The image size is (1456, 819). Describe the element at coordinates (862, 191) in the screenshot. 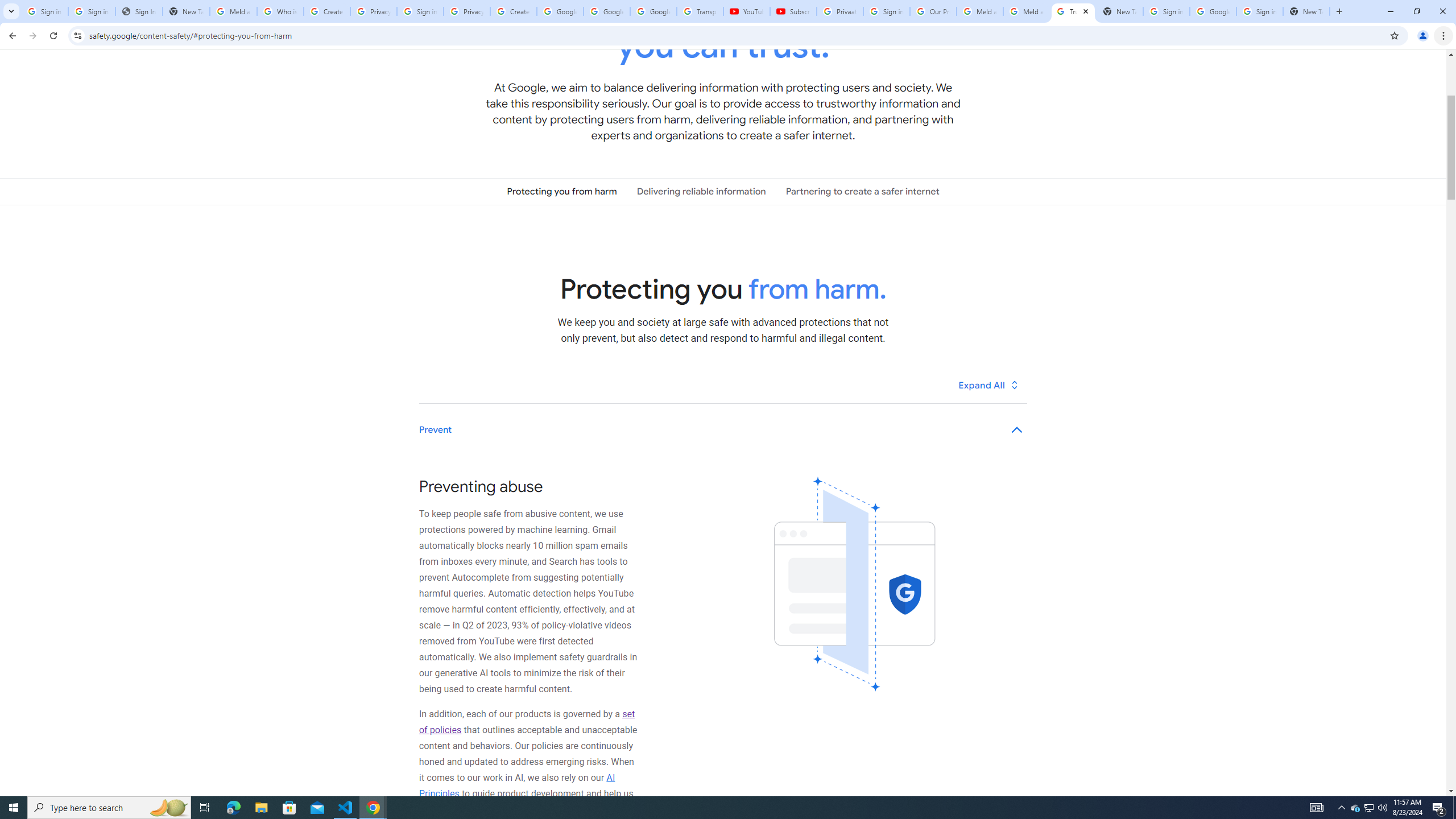

I see `'Partnering to create a safer internet'` at that location.